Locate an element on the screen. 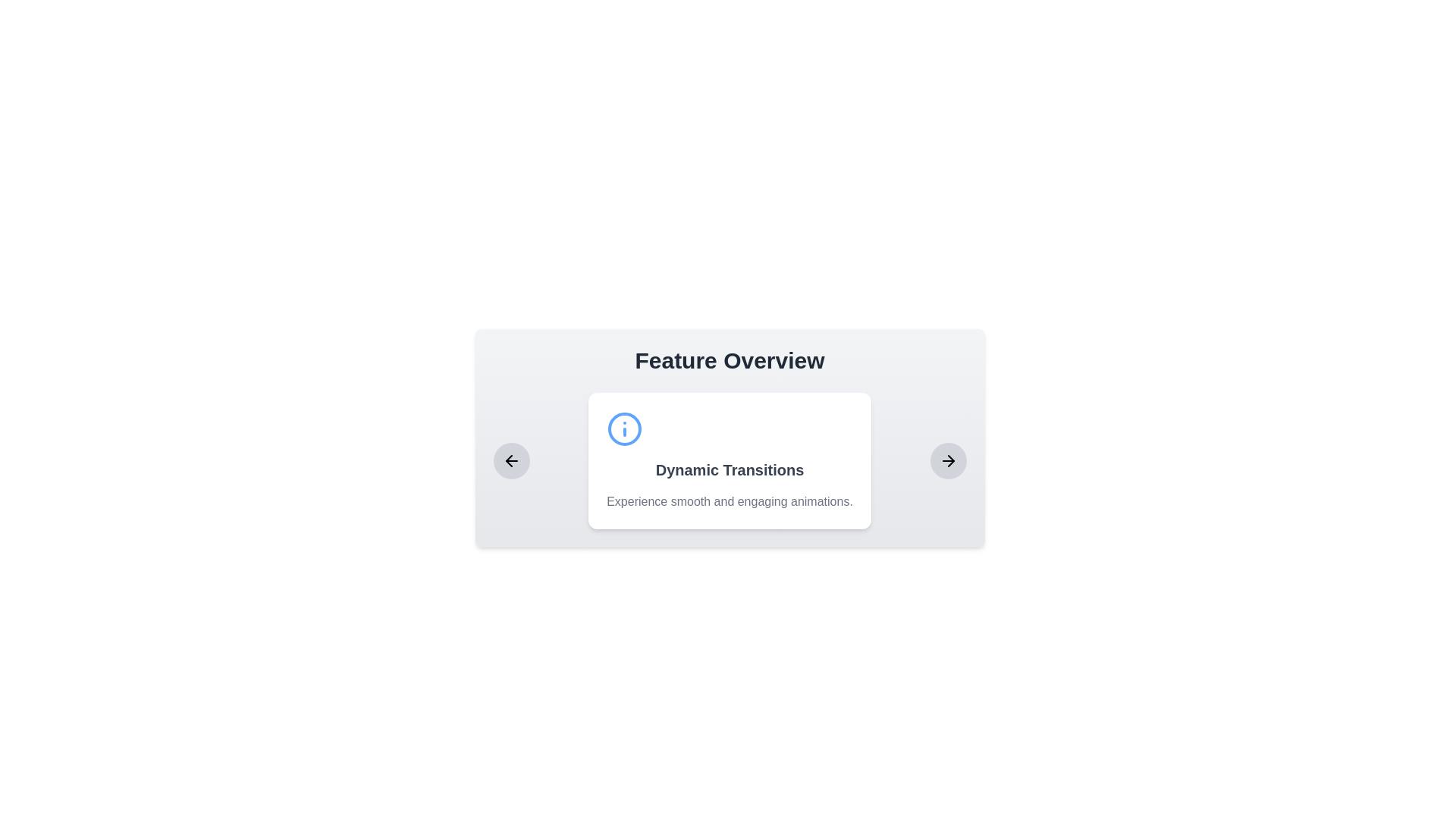 The width and height of the screenshot is (1456, 819). the button with an embedded SVG icon that navigates to previous content is located at coordinates (511, 460).